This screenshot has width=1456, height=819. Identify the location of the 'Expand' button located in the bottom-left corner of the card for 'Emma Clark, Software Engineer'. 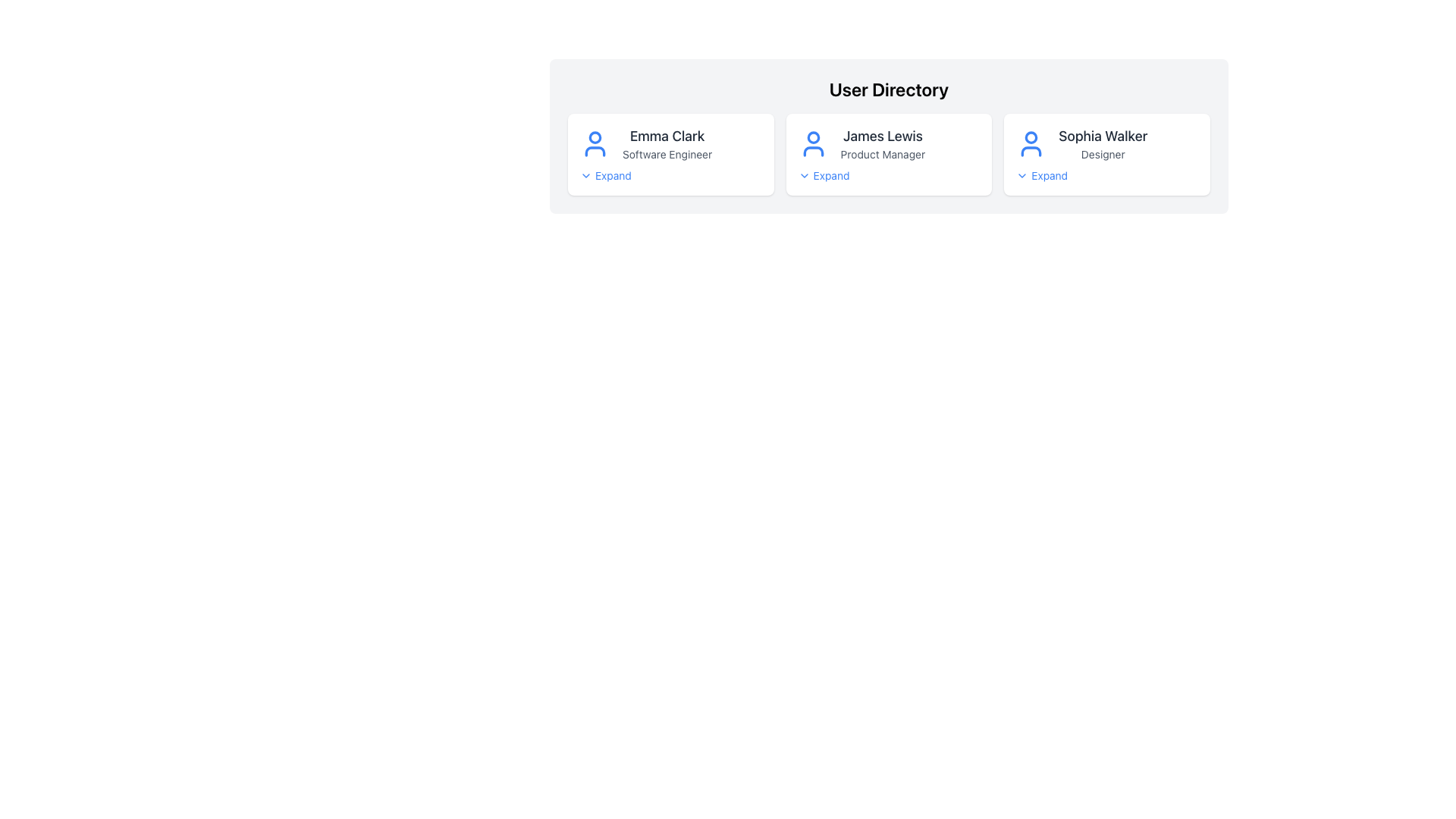
(604, 174).